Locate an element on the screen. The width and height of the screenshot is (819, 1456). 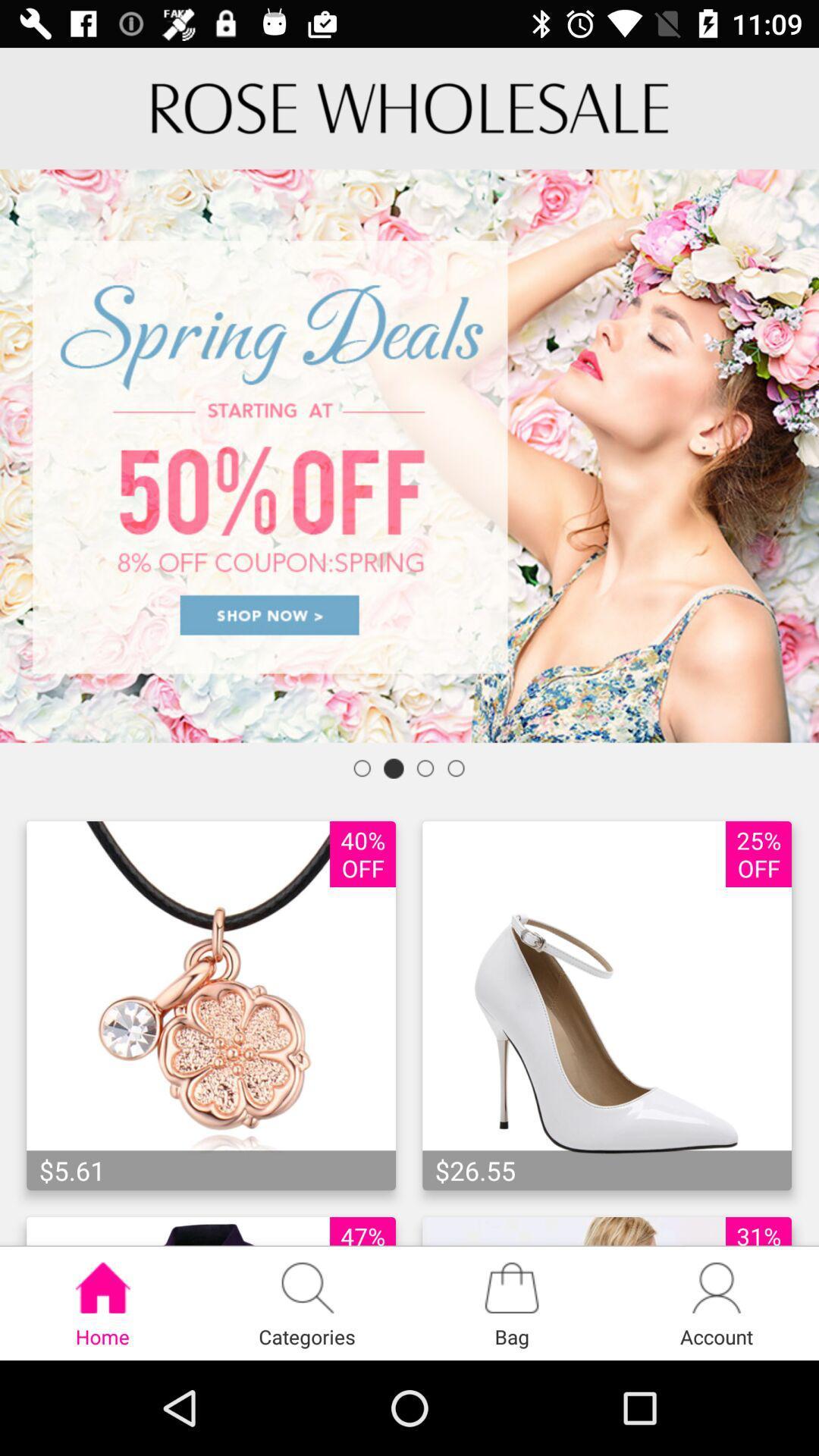
spring deals for 50 option is located at coordinates (409, 455).